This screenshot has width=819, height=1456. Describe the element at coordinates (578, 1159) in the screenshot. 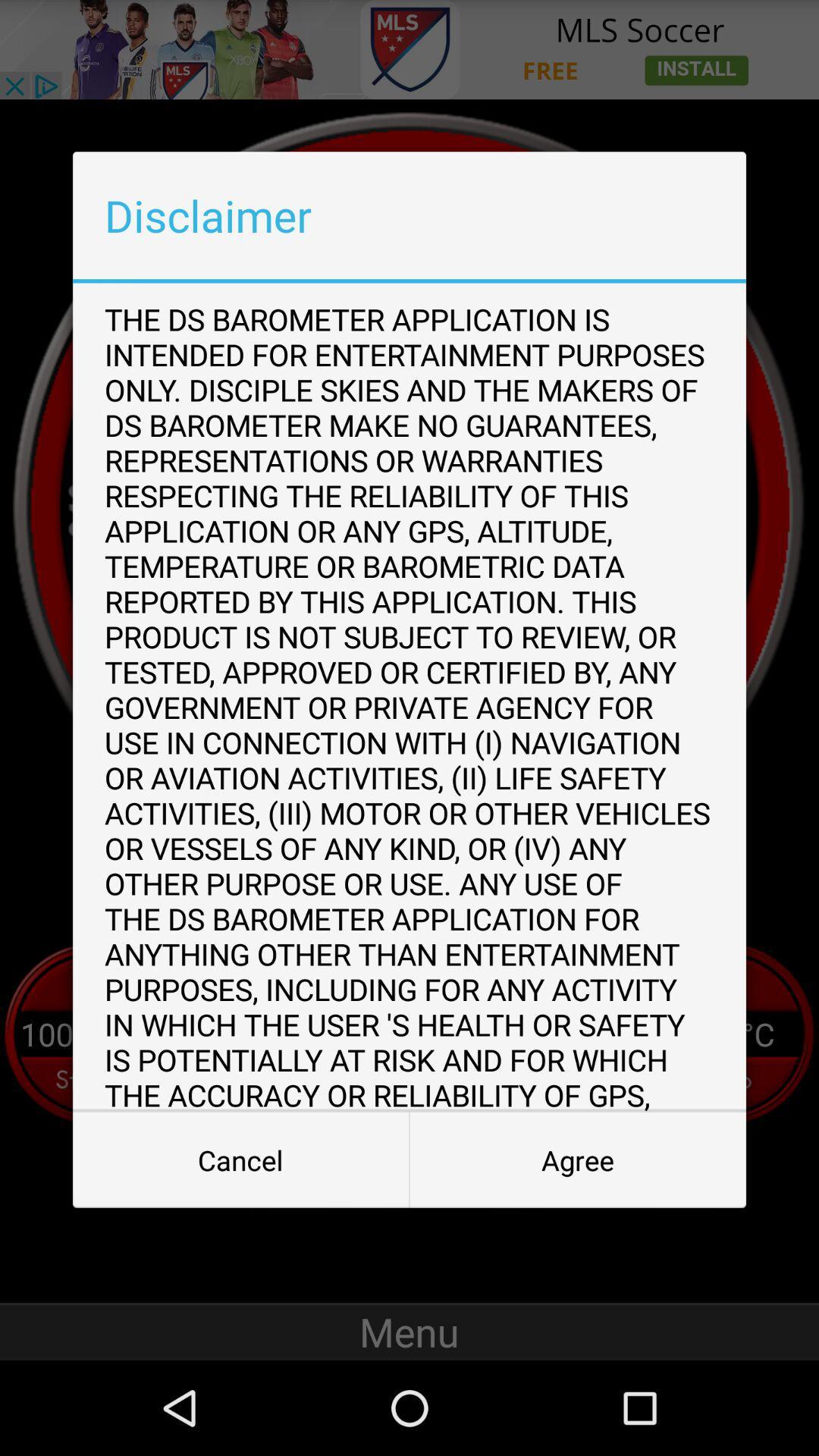

I see `the button next to cancel icon` at that location.